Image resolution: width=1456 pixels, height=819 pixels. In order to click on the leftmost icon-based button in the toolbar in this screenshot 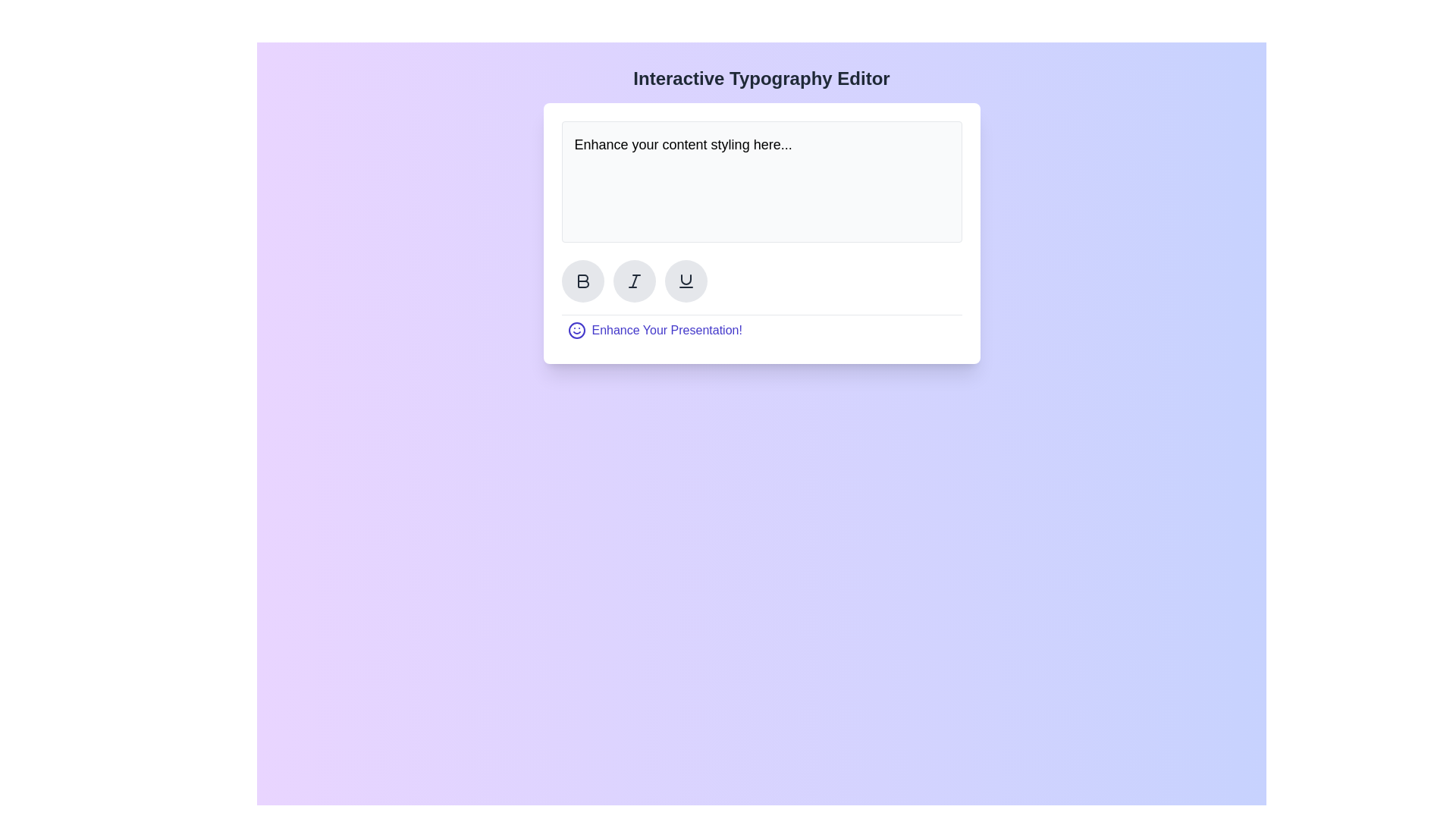, I will do `click(582, 281)`.